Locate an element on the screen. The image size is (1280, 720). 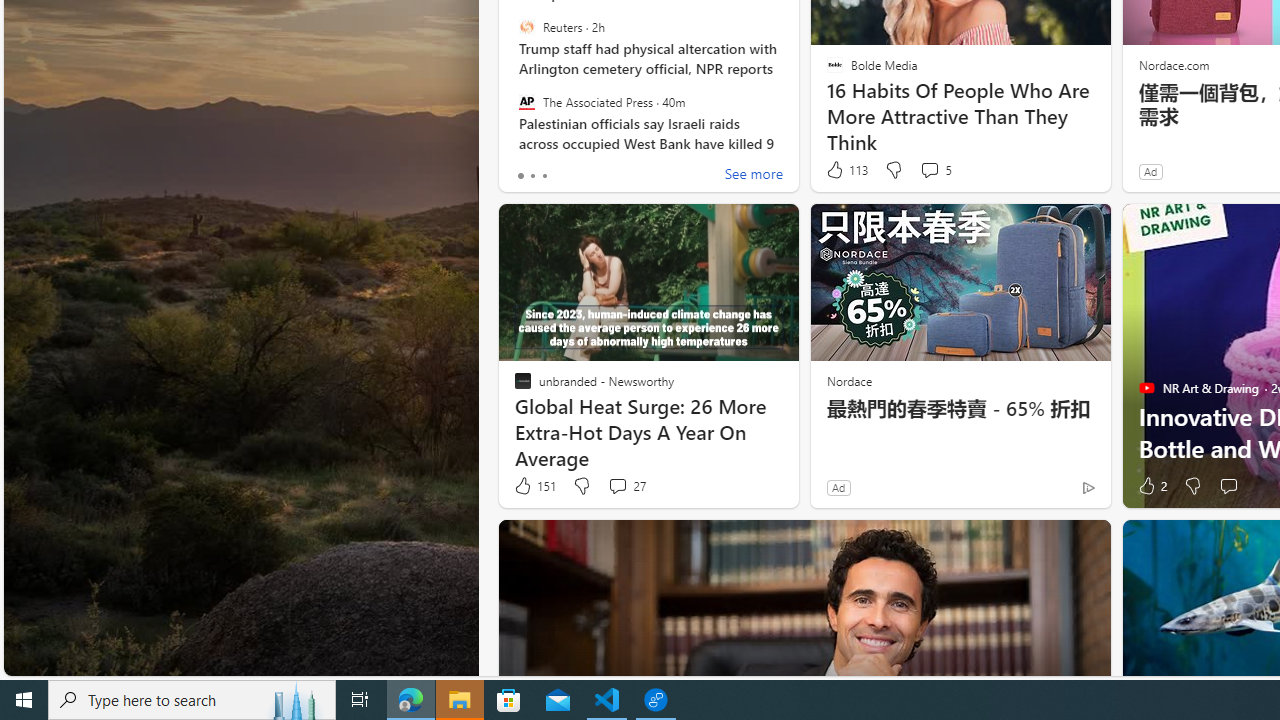
'Reuters' is located at coordinates (526, 27).